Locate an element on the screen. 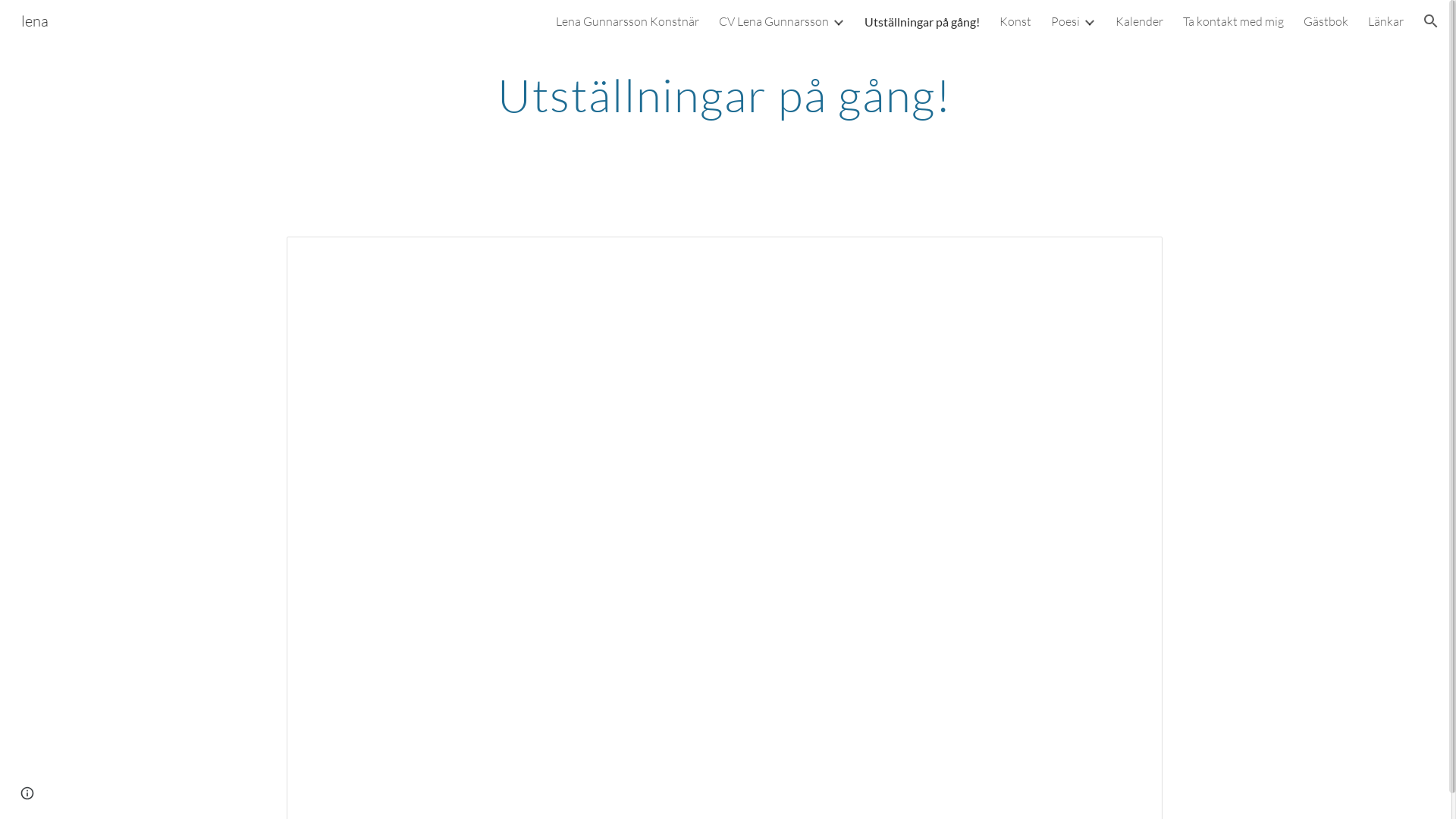 The image size is (1456, 819). 'Konst' is located at coordinates (999, 20).